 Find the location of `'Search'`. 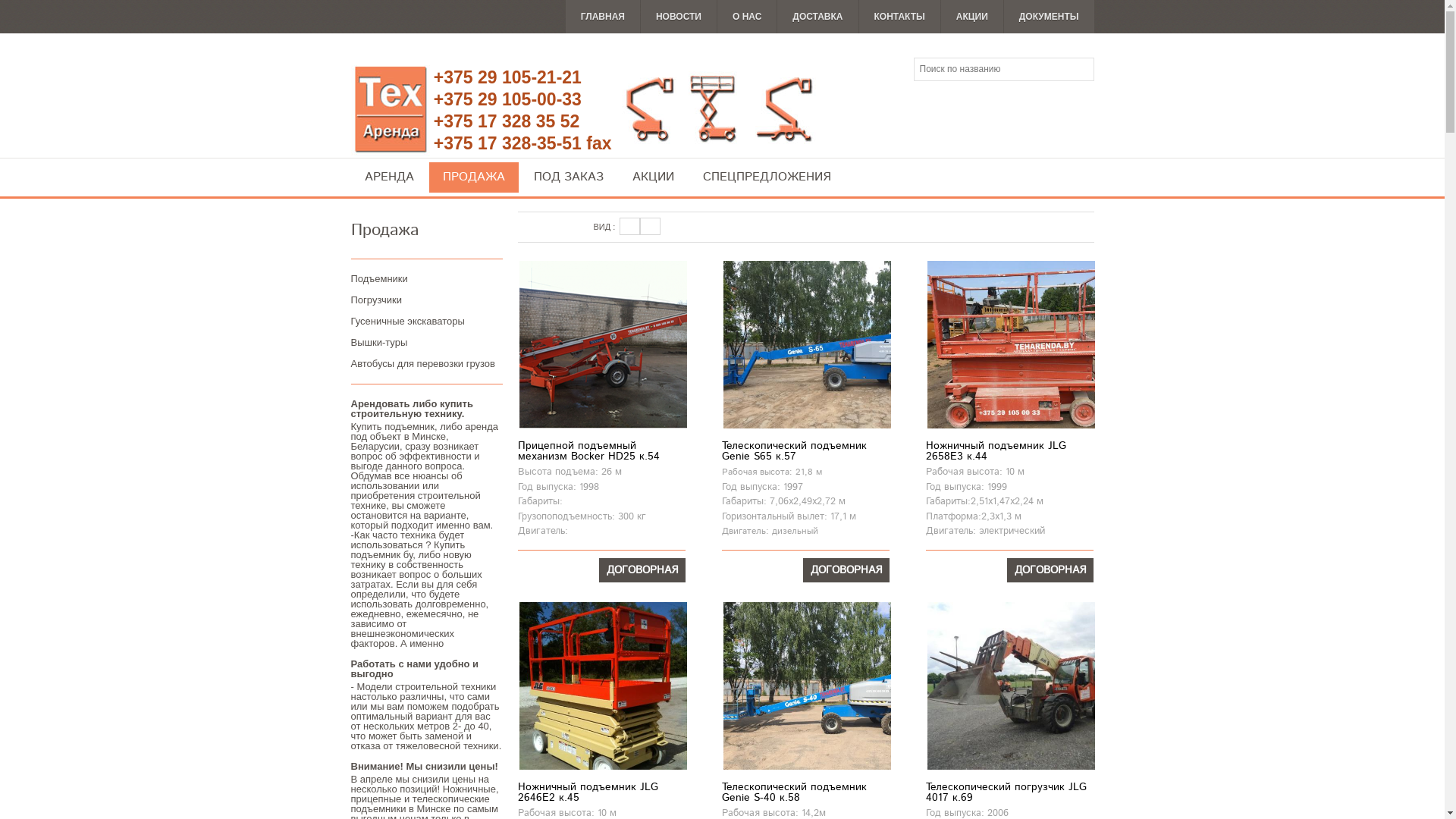

'Search' is located at coordinates (1080, 70).